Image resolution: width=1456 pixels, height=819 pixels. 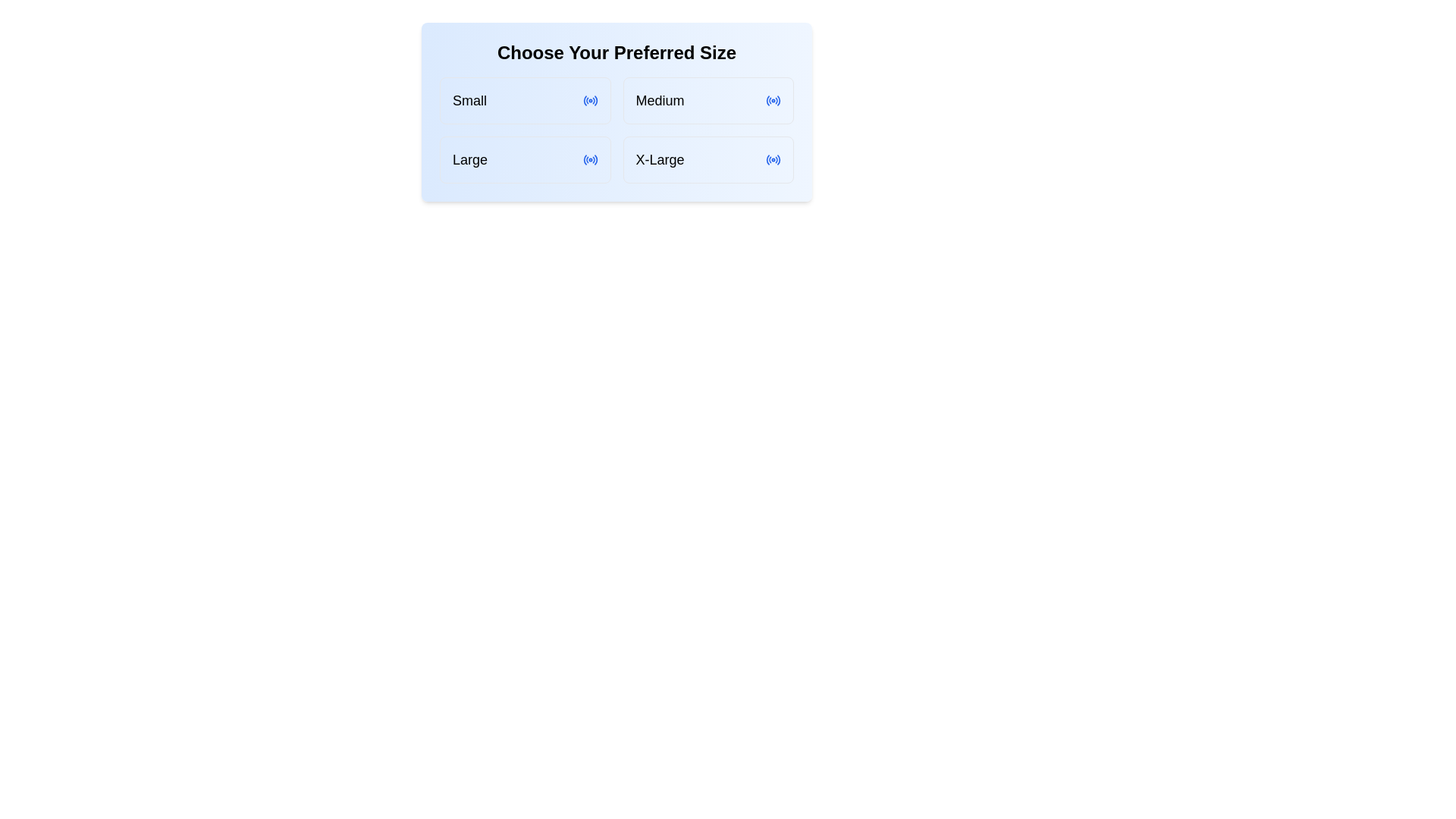 What do you see at coordinates (617, 111) in the screenshot?
I see `the 'Medium' size option button in the grid layout containing selectable sizes` at bounding box center [617, 111].